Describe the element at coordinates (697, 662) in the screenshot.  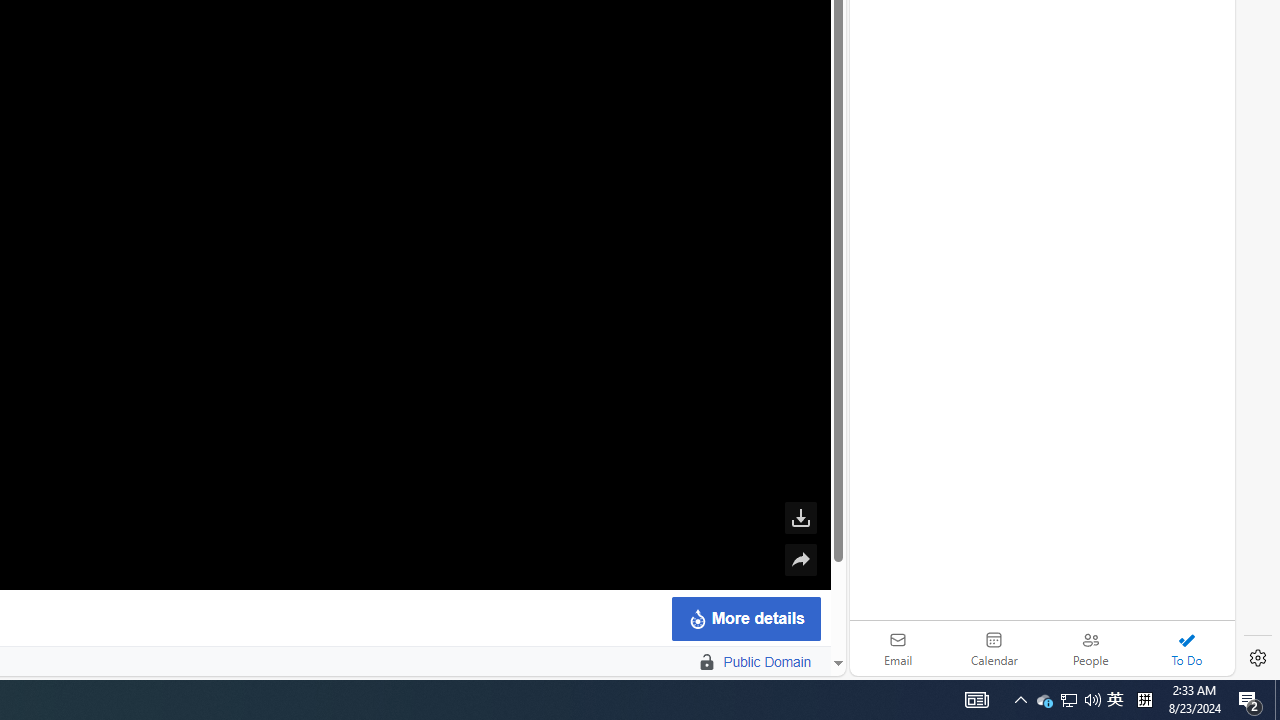
I see `'  Public Domain'` at that location.